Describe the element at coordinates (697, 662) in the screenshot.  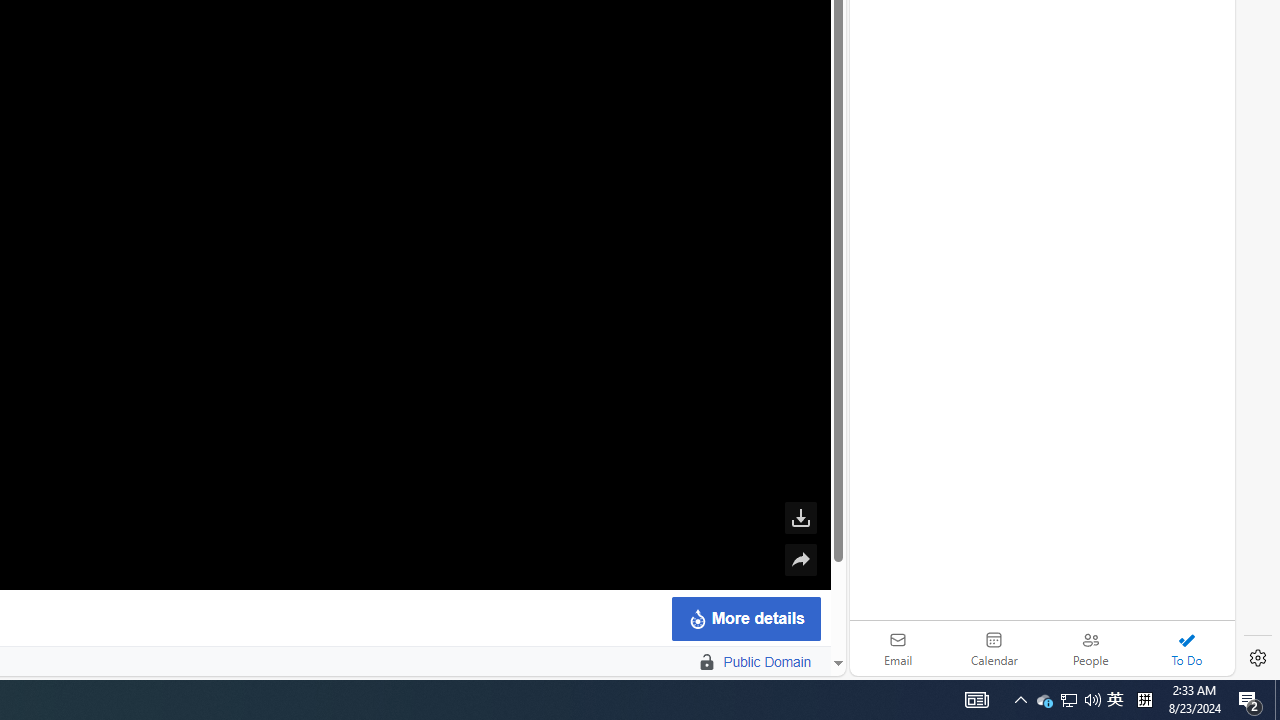
I see `'  Public Domain'` at that location.